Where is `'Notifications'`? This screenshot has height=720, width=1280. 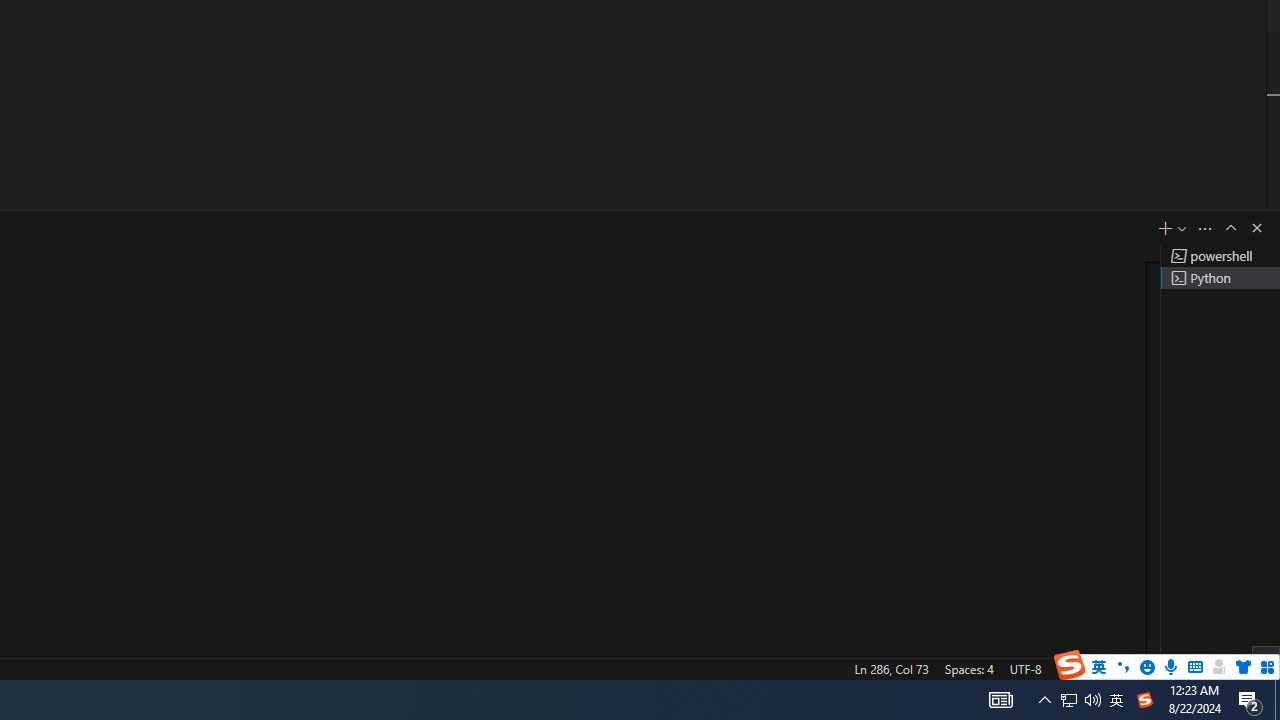 'Notifications' is located at coordinates (1256, 668).